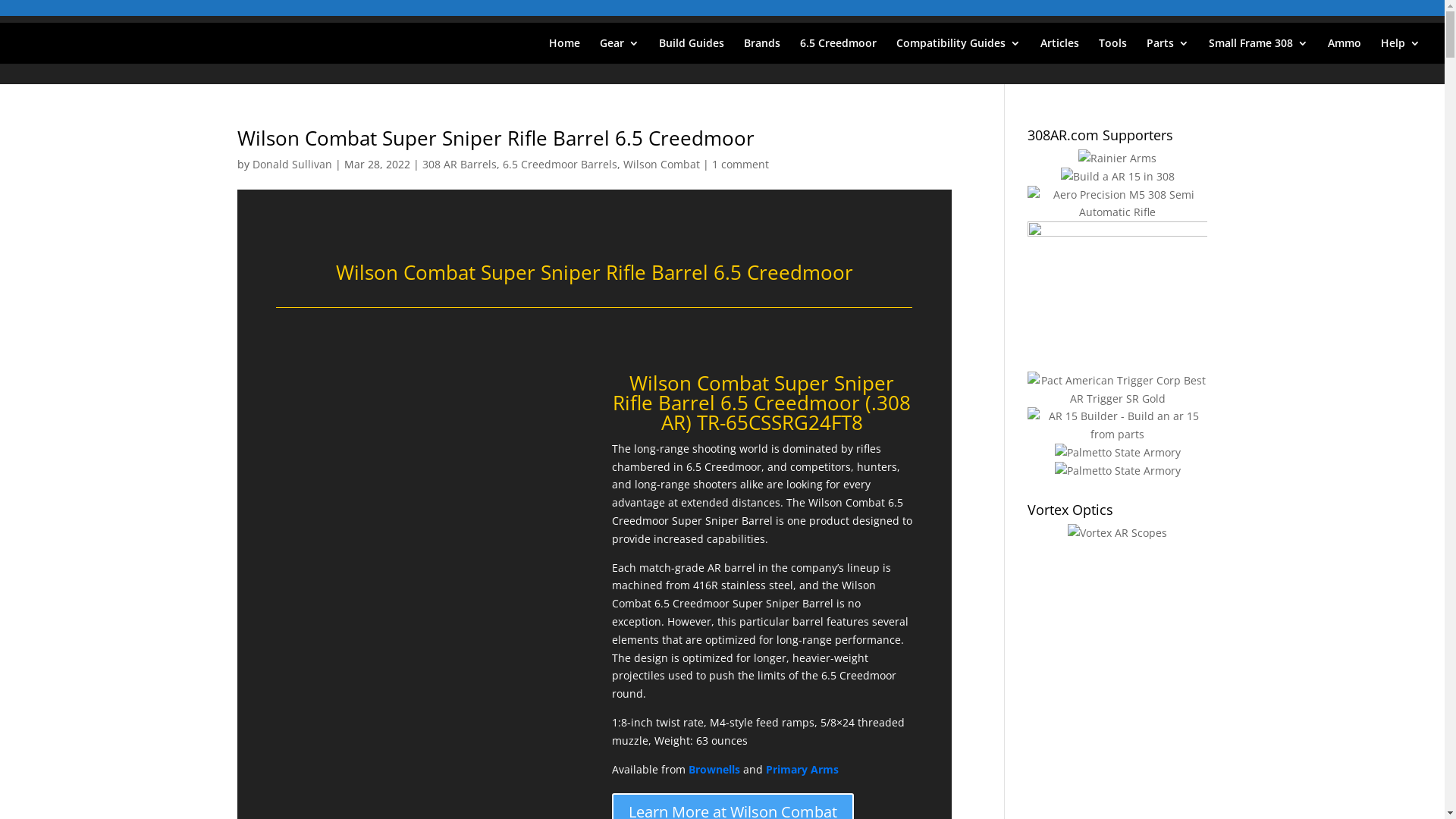 The image size is (1456, 819). What do you see at coordinates (1117, 388) in the screenshot?
I see `'SR Gold AR Trigger'` at bounding box center [1117, 388].